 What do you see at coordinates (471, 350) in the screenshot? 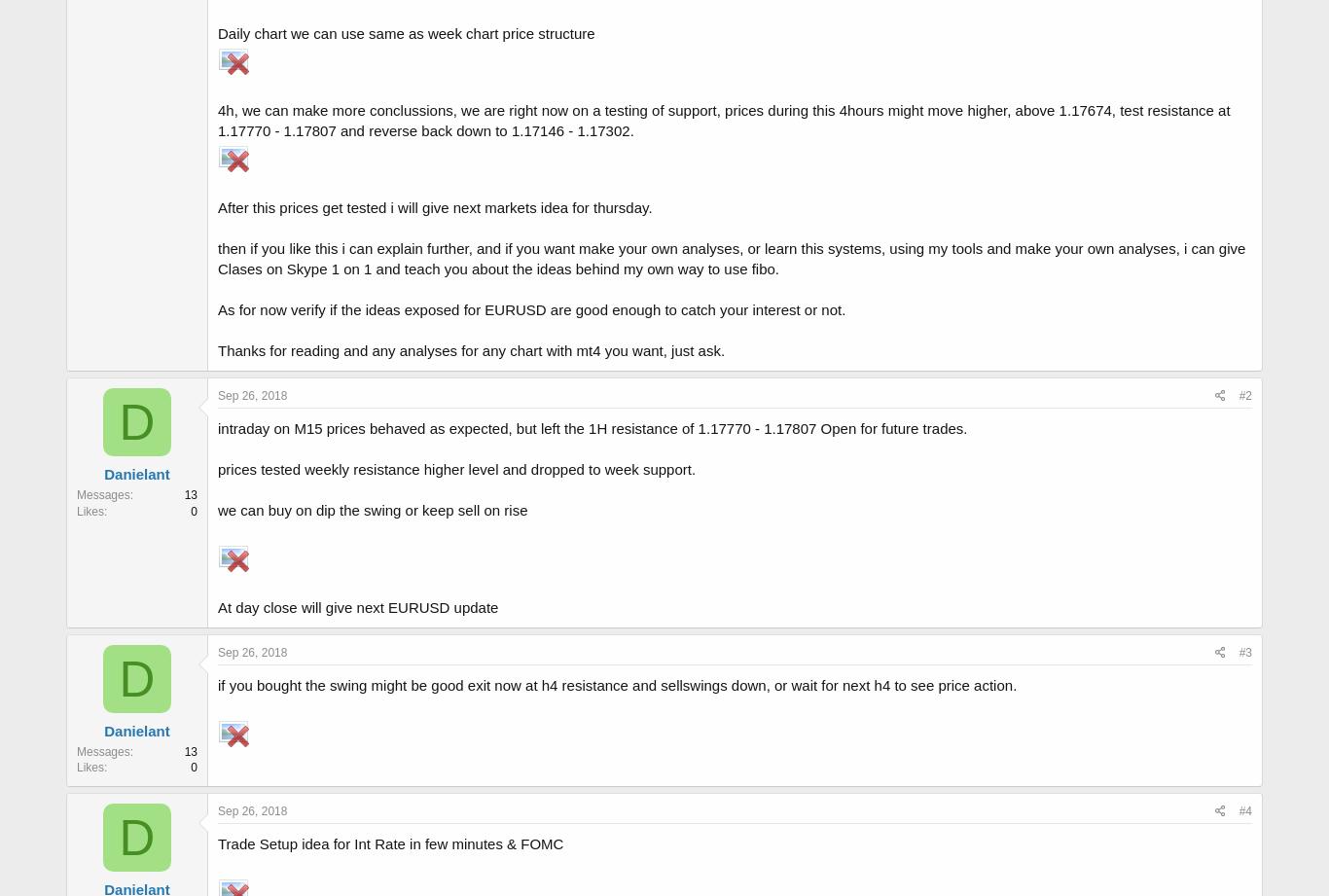
I see `'Thanks for reading and any analyses for any chart with mt4 you want, just ask.'` at bounding box center [471, 350].